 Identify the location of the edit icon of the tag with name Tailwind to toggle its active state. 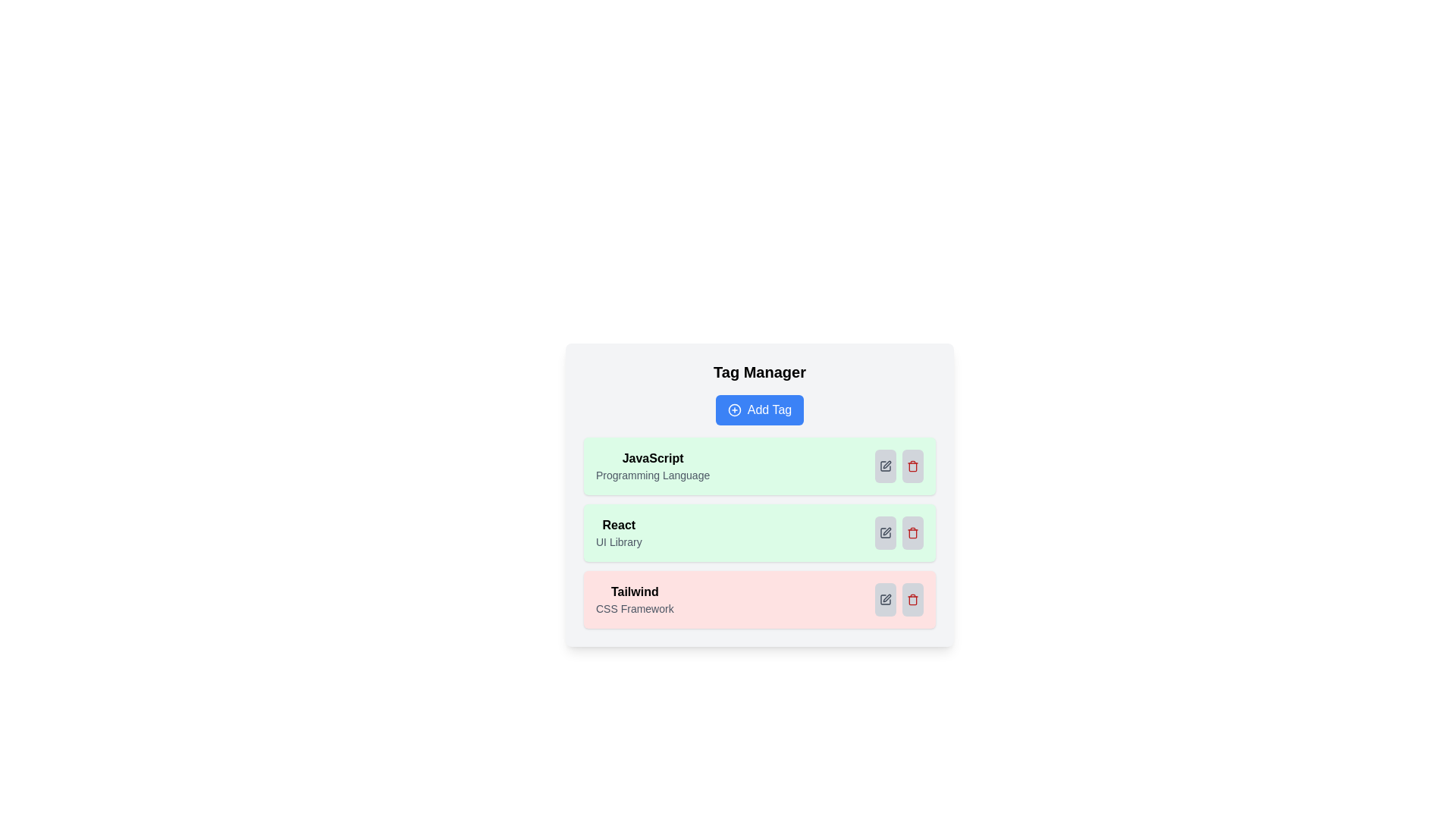
(885, 598).